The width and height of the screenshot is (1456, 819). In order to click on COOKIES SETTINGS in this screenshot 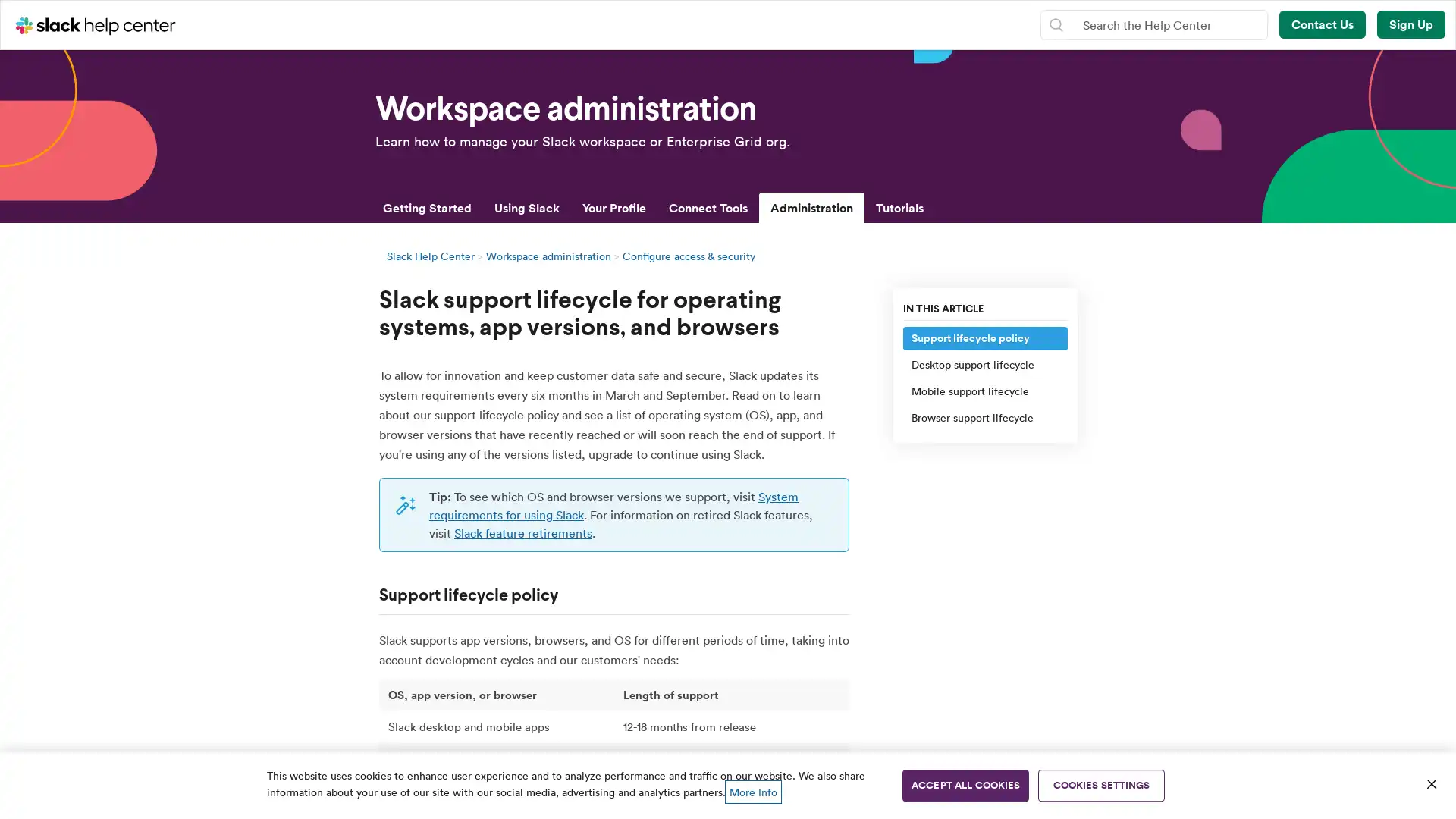, I will do `click(1101, 785)`.